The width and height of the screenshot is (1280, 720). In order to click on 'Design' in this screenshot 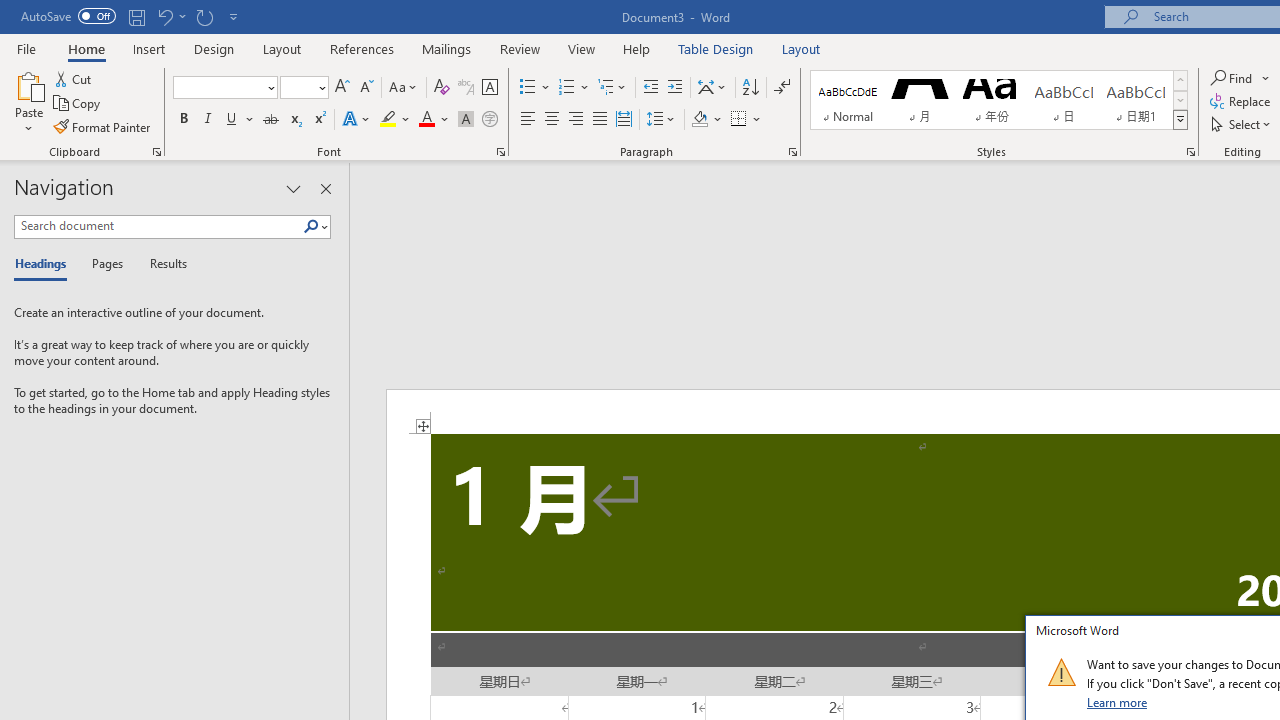, I will do `click(214, 48)`.